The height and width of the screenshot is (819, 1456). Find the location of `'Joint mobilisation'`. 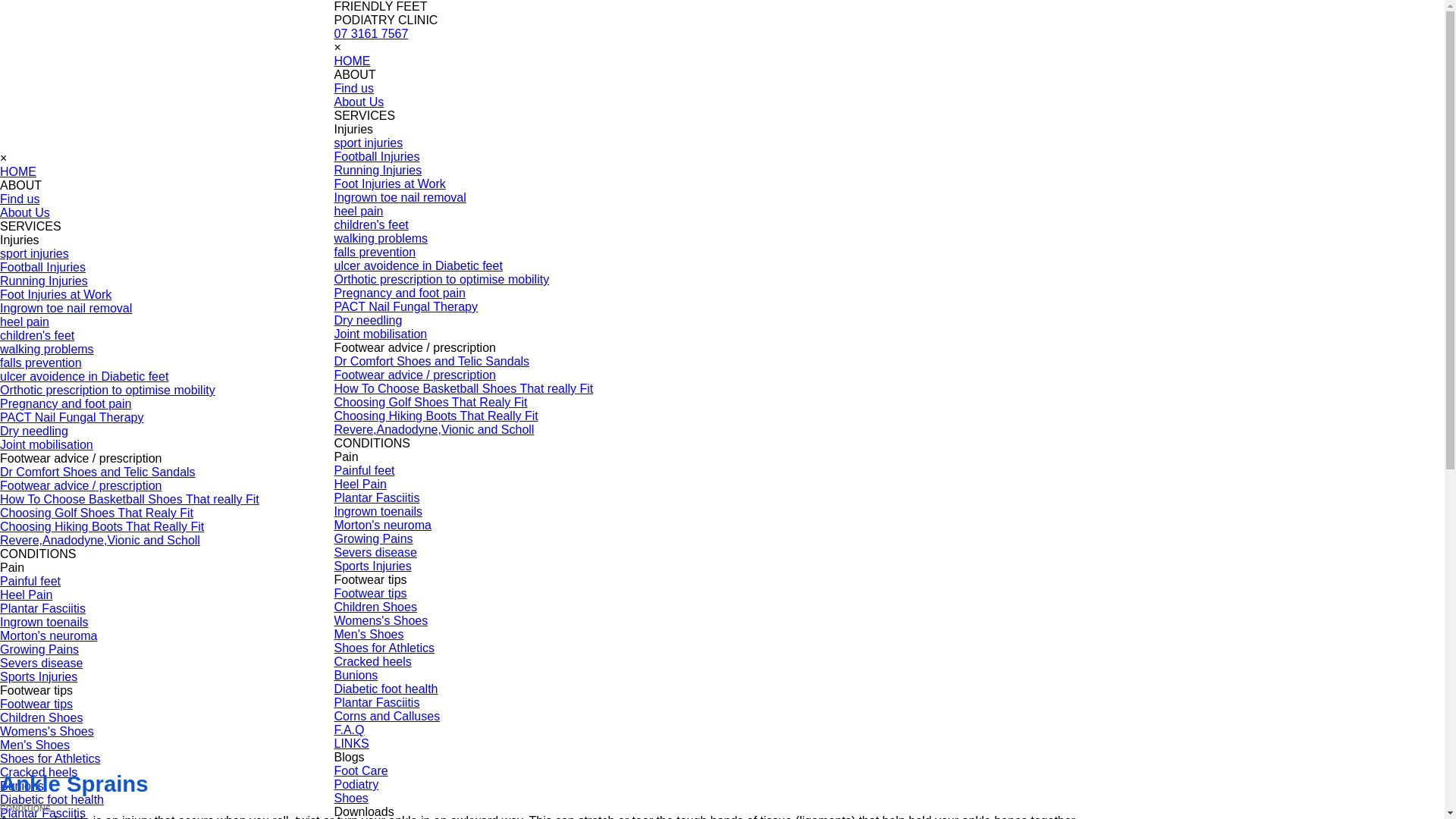

'Joint mobilisation' is located at coordinates (46, 444).